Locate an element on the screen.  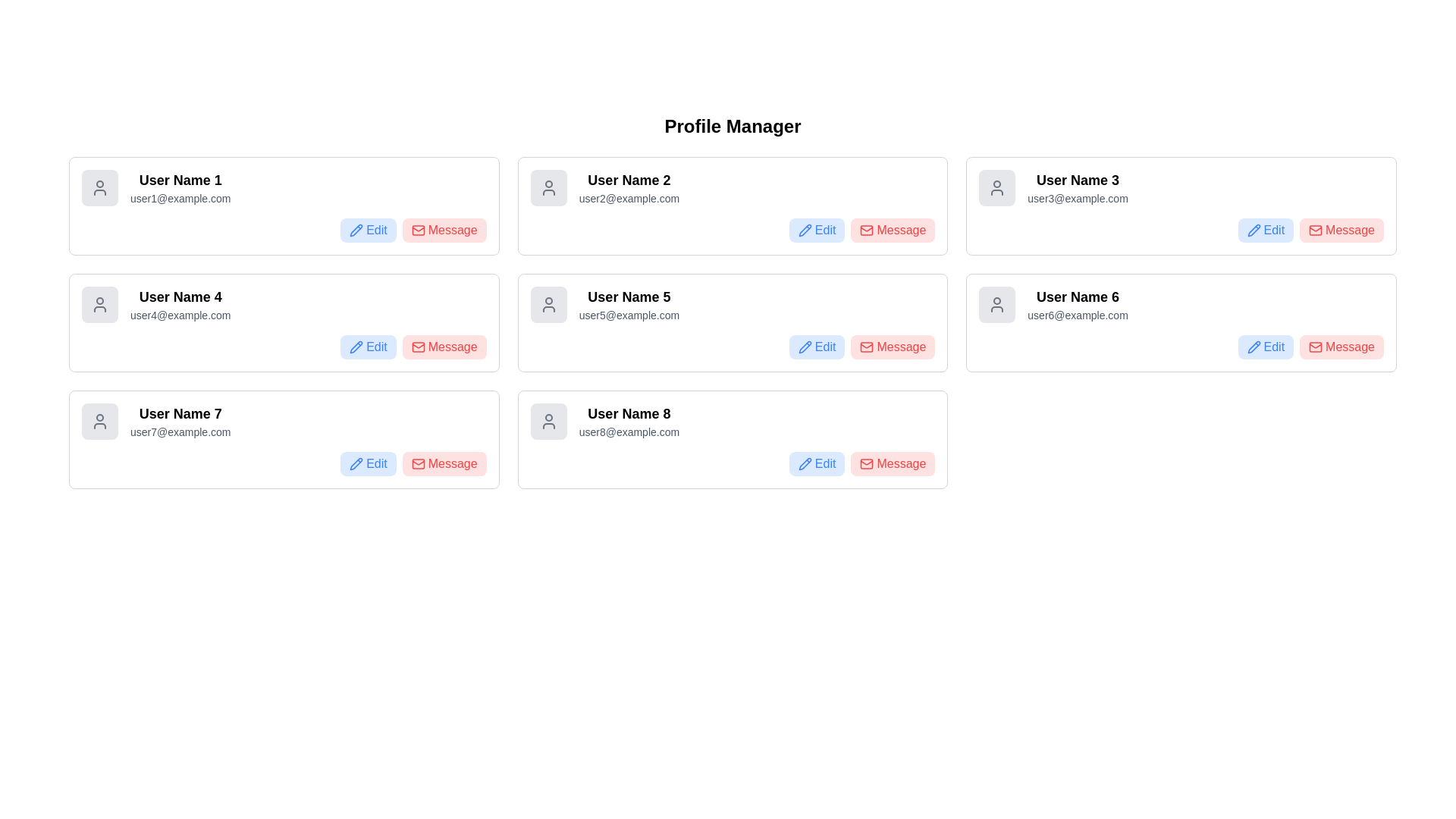
the button in the bottom-right corner of the card for 'User Name 4' is located at coordinates (444, 347).